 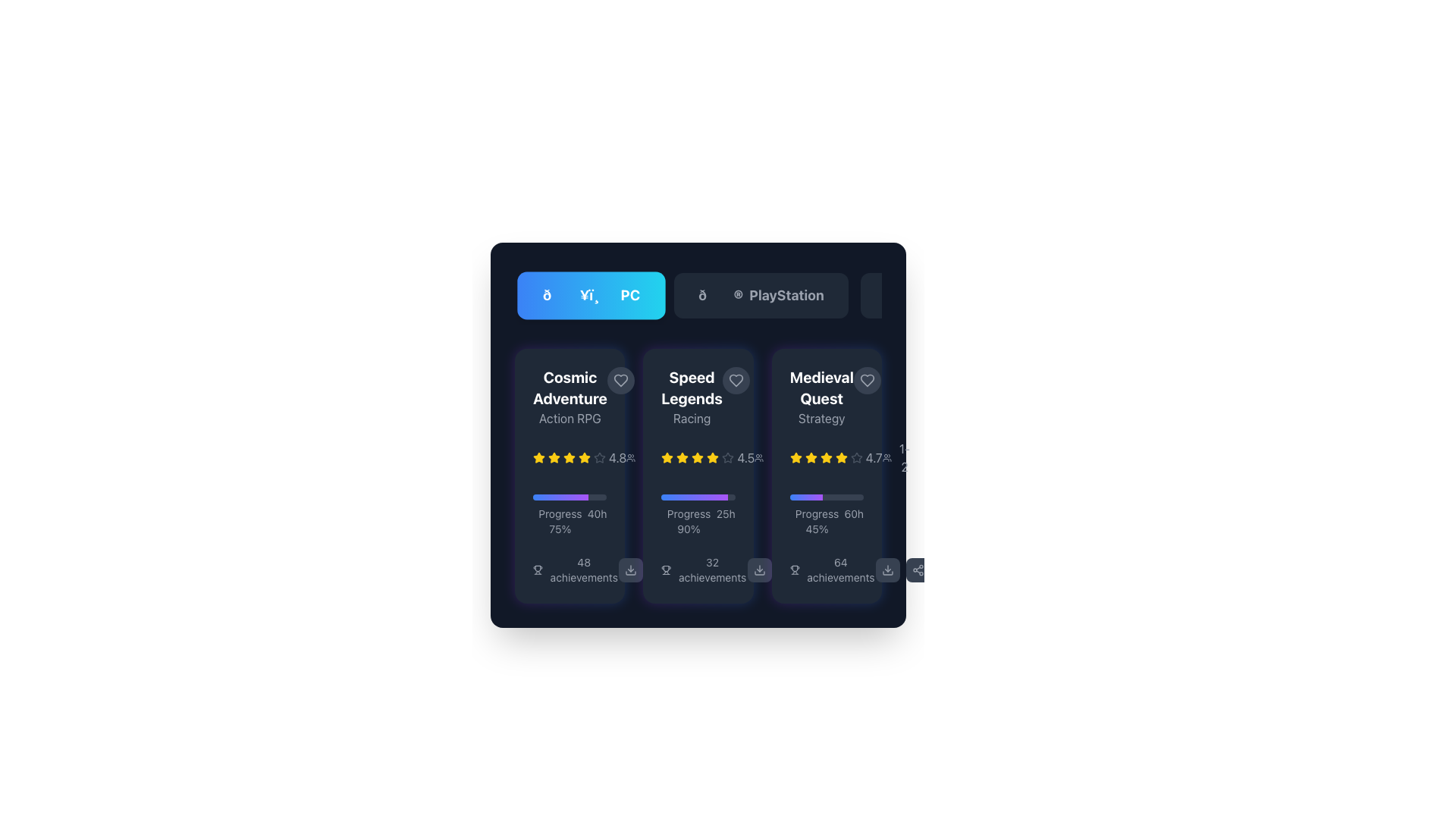 What do you see at coordinates (736, 379) in the screenshot?
I see `the 'Speed Legends' favorite icon located in the upper-right corner of the 'Speed Legends' card` at bounding box center [736, 379].